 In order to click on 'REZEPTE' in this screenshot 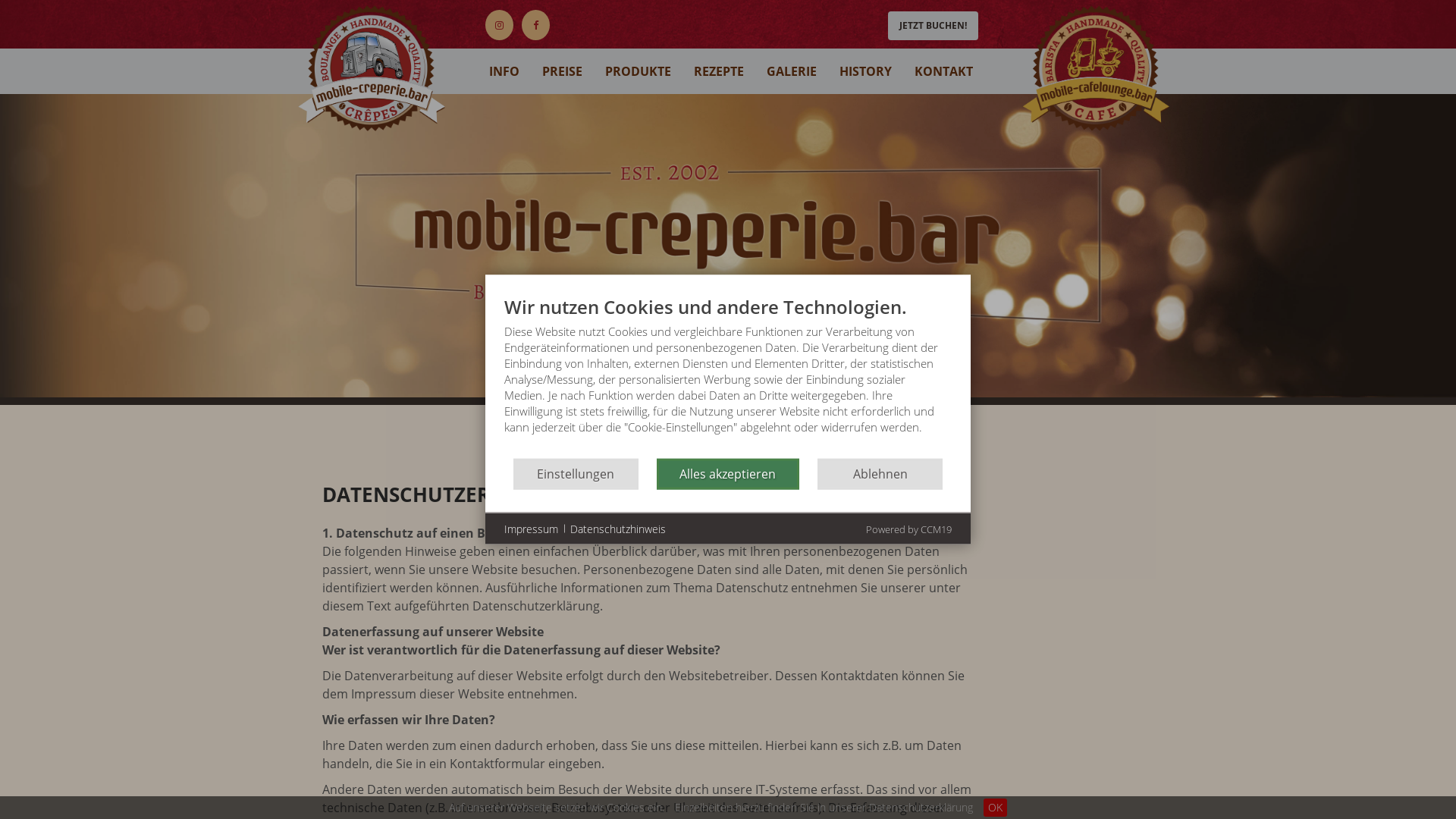, I will do `click(718, 71)`.